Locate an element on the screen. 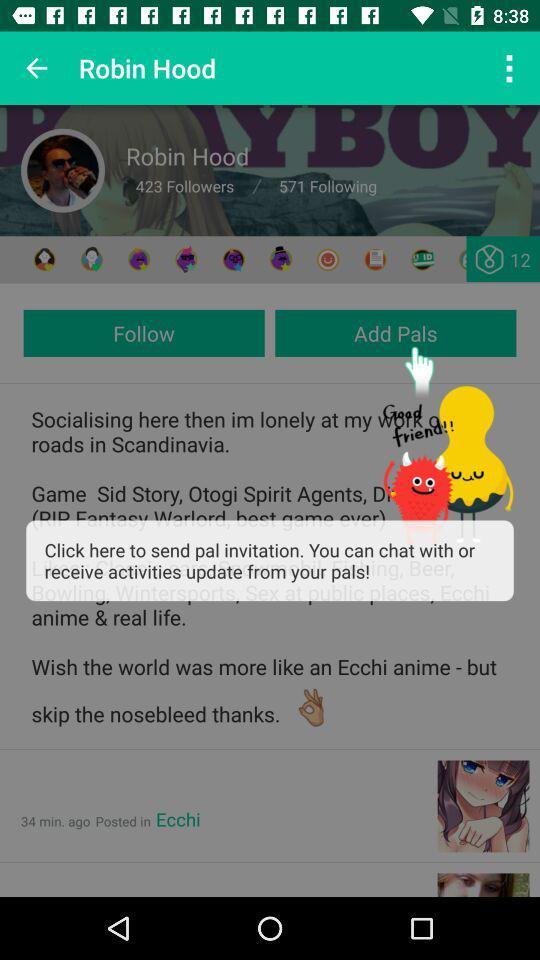  anime is located at coordinates (279, 258).